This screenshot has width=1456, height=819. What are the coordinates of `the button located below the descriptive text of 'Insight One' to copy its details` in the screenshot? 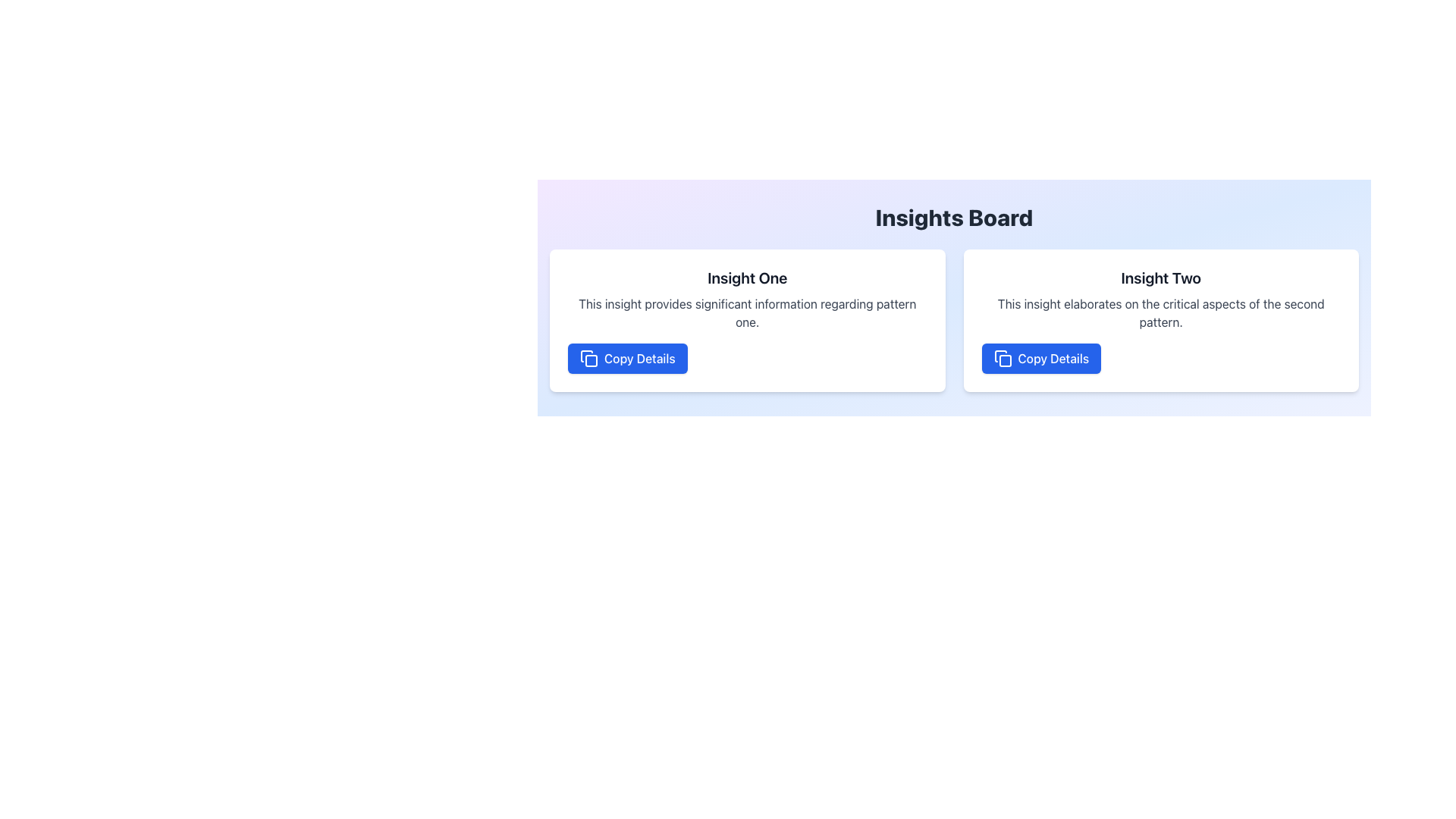 It's located at (627, 359).